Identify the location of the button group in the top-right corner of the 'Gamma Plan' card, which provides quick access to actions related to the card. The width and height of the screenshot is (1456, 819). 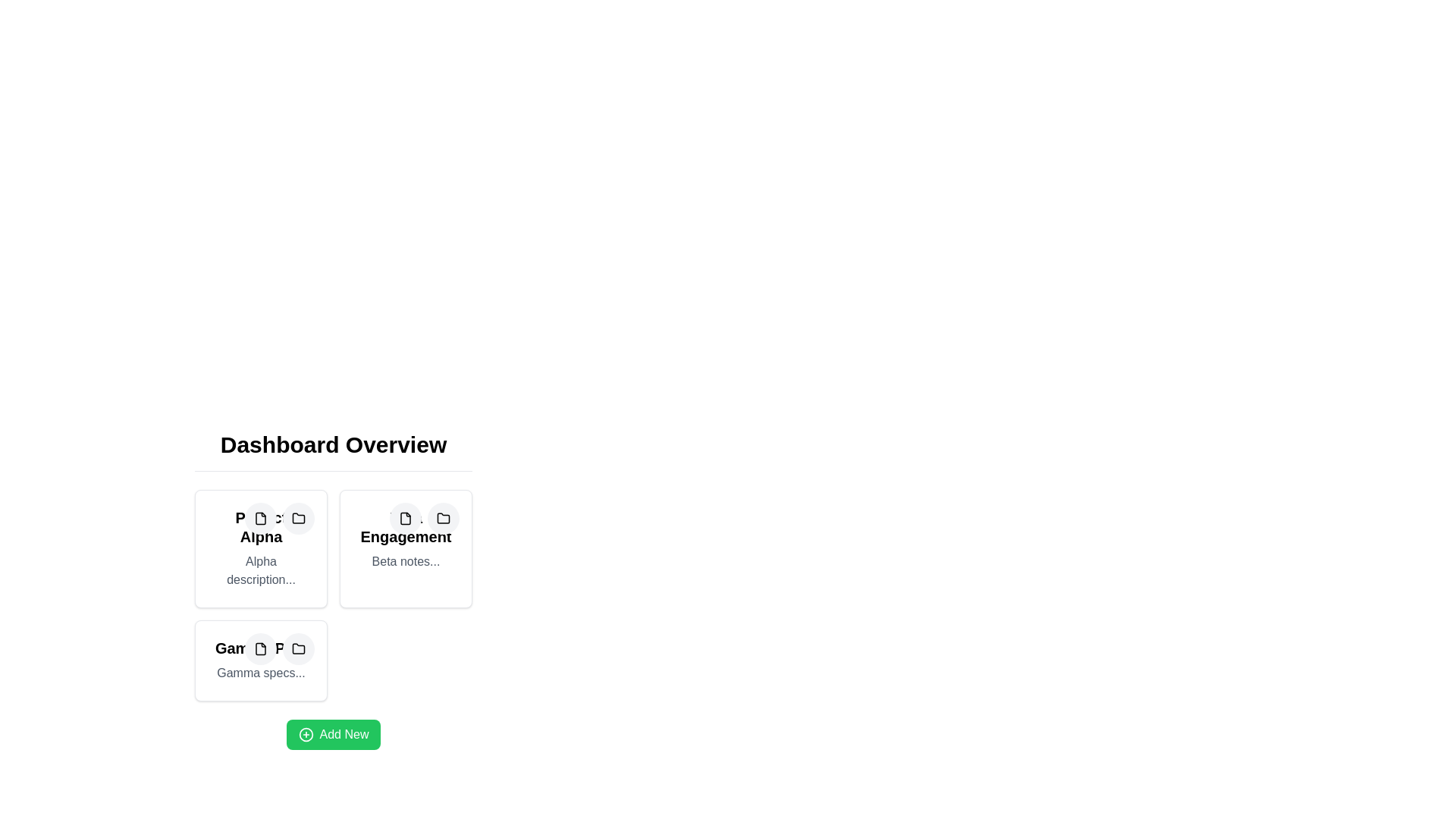
(280, 648).